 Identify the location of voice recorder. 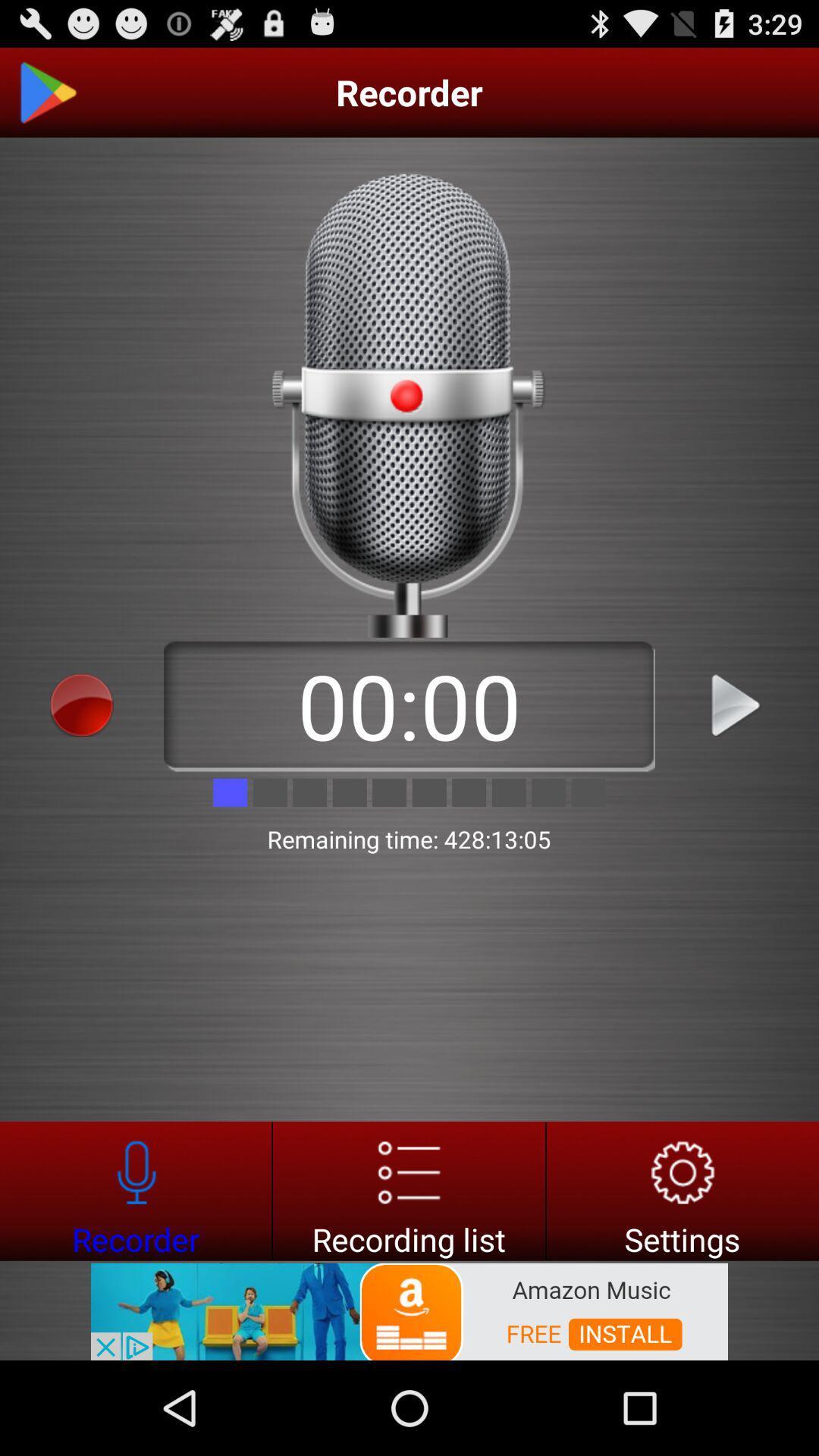
(135, 1190).